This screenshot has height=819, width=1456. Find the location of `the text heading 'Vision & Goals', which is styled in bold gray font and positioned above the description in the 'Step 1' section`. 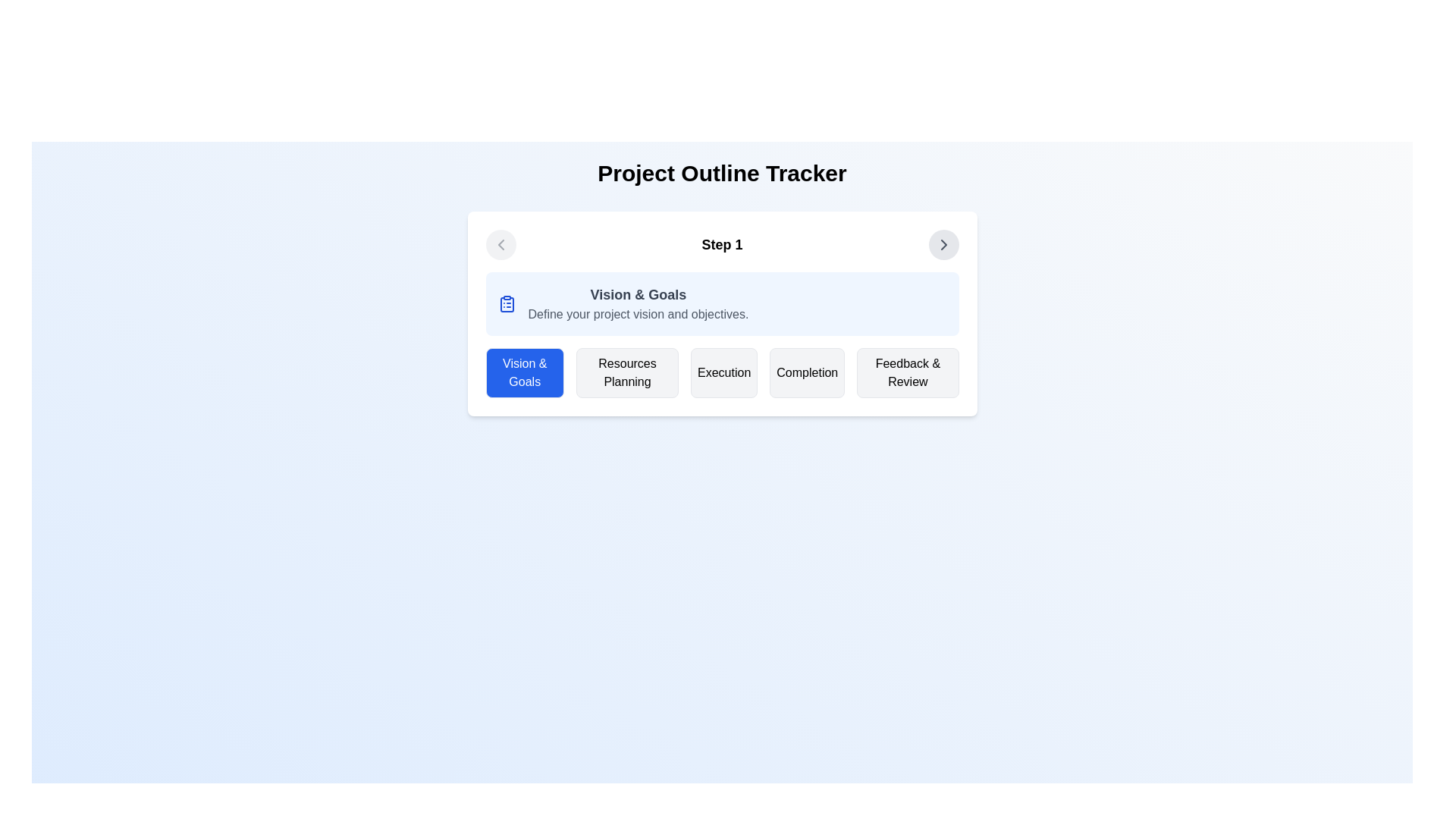

the text heading 'Vision & Goals', which is styled in bold gray font and positioned above the description in the 'Step 1' section is located at coordinates (638, 295).